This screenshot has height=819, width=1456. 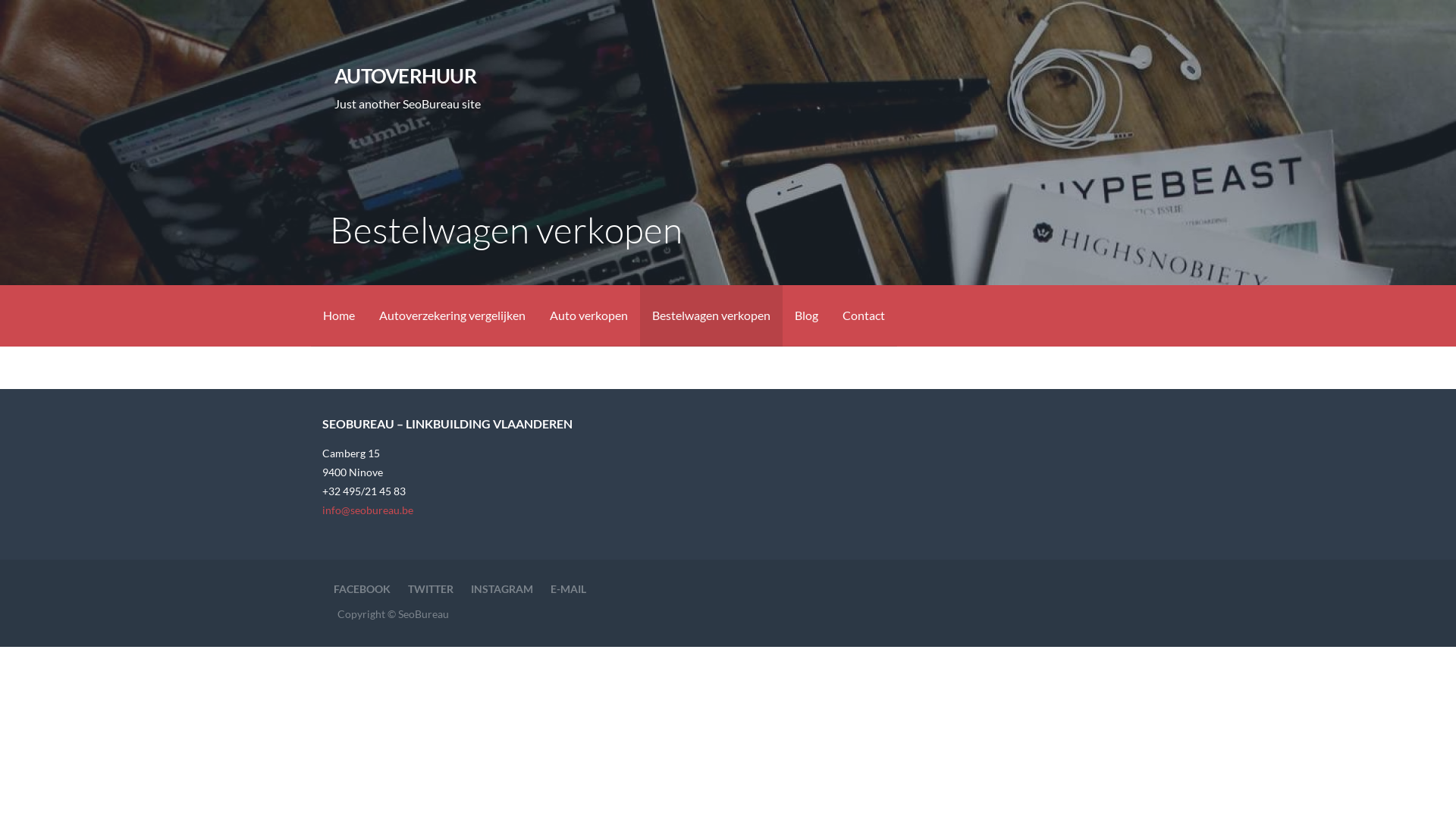 I want to click on 'E-MAIL', so click(x=567, y=588).